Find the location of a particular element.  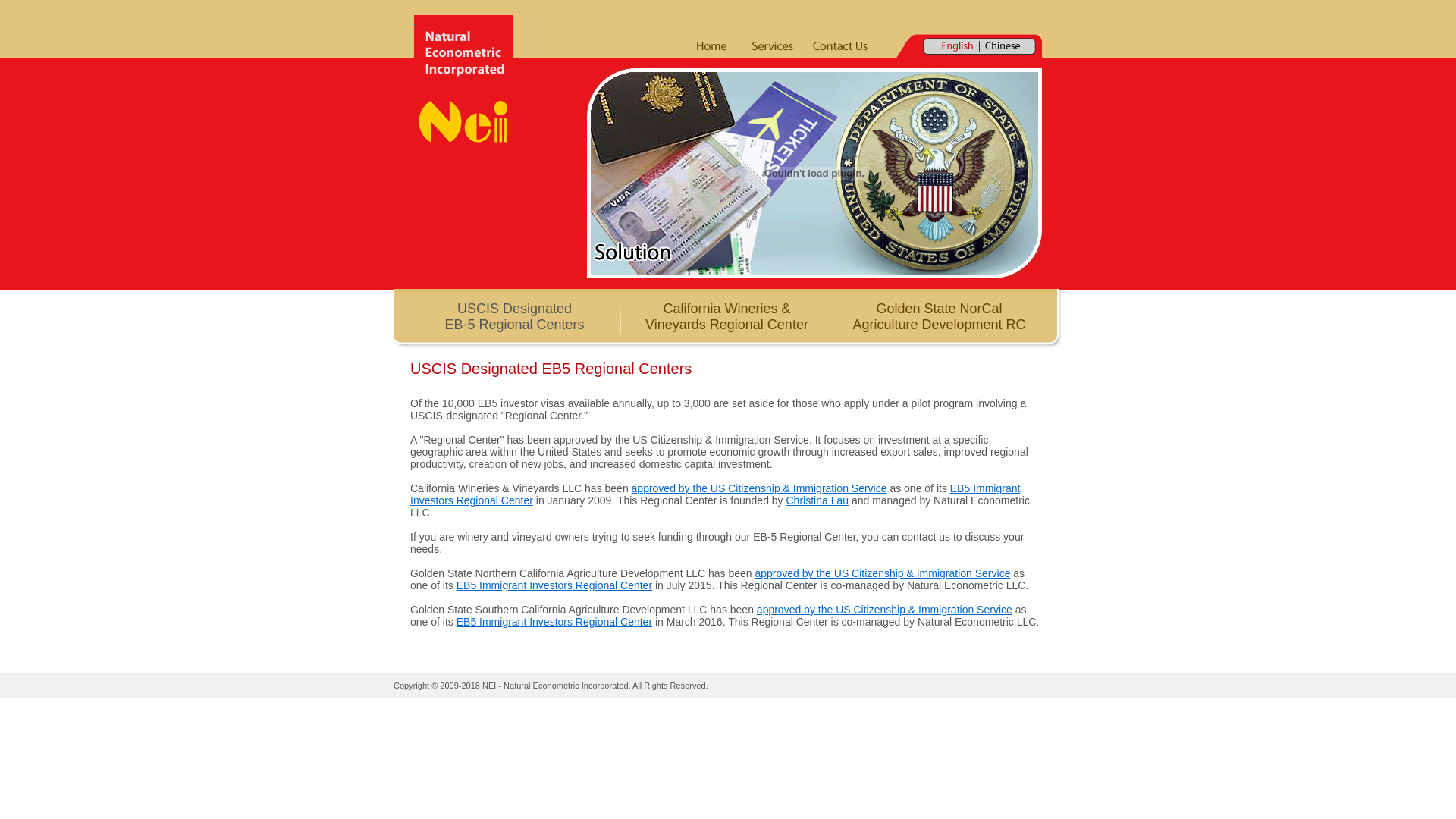

'approved by the US Citizenship & Immigration Service' is located at coordinates (882, 573).